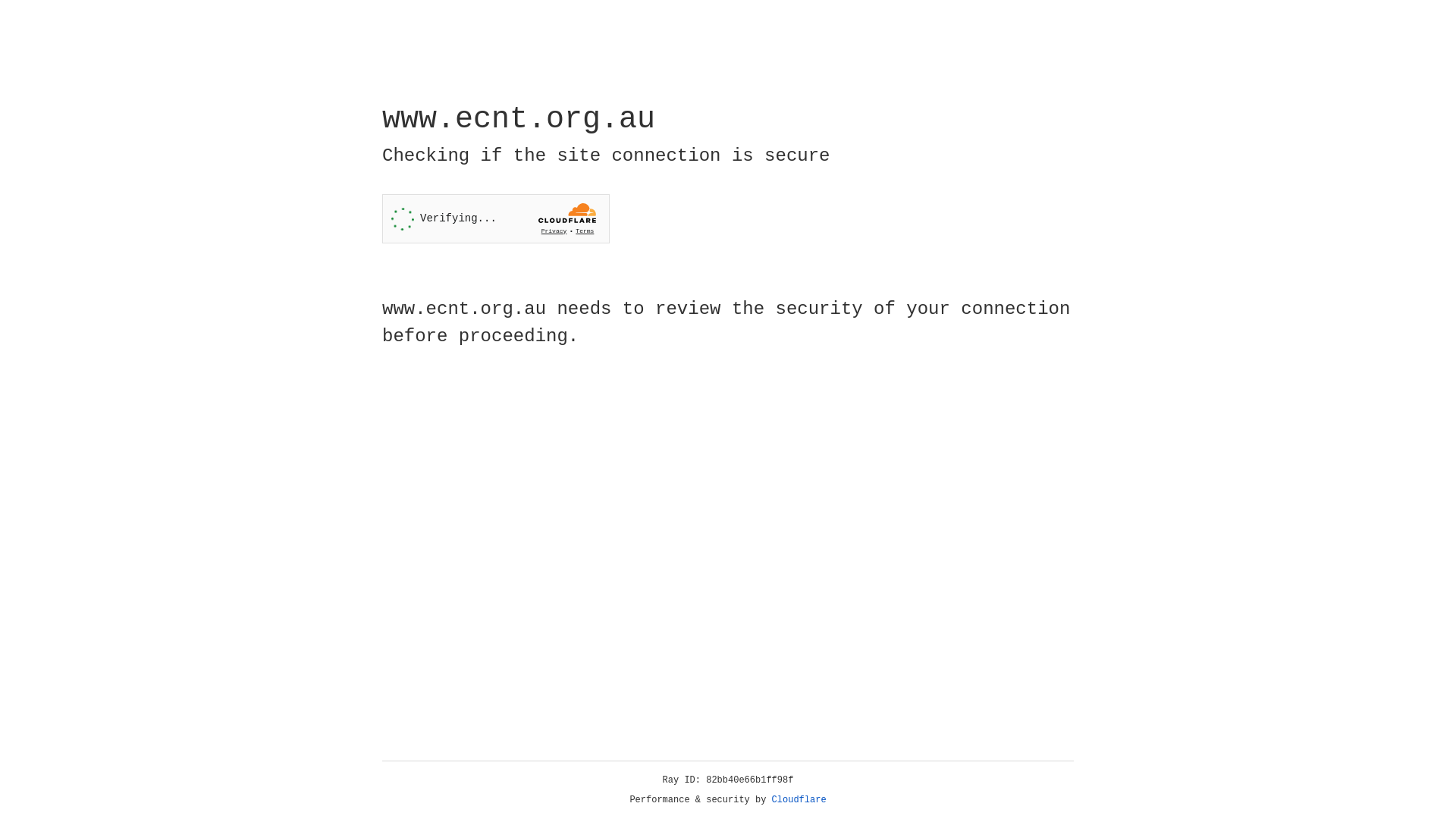 This screenshot has width=1456, height=819. What do you see at coordinates (799, 799) in the screenshot?
I see `'Cloudflare'` at bounding box center [799, 799].